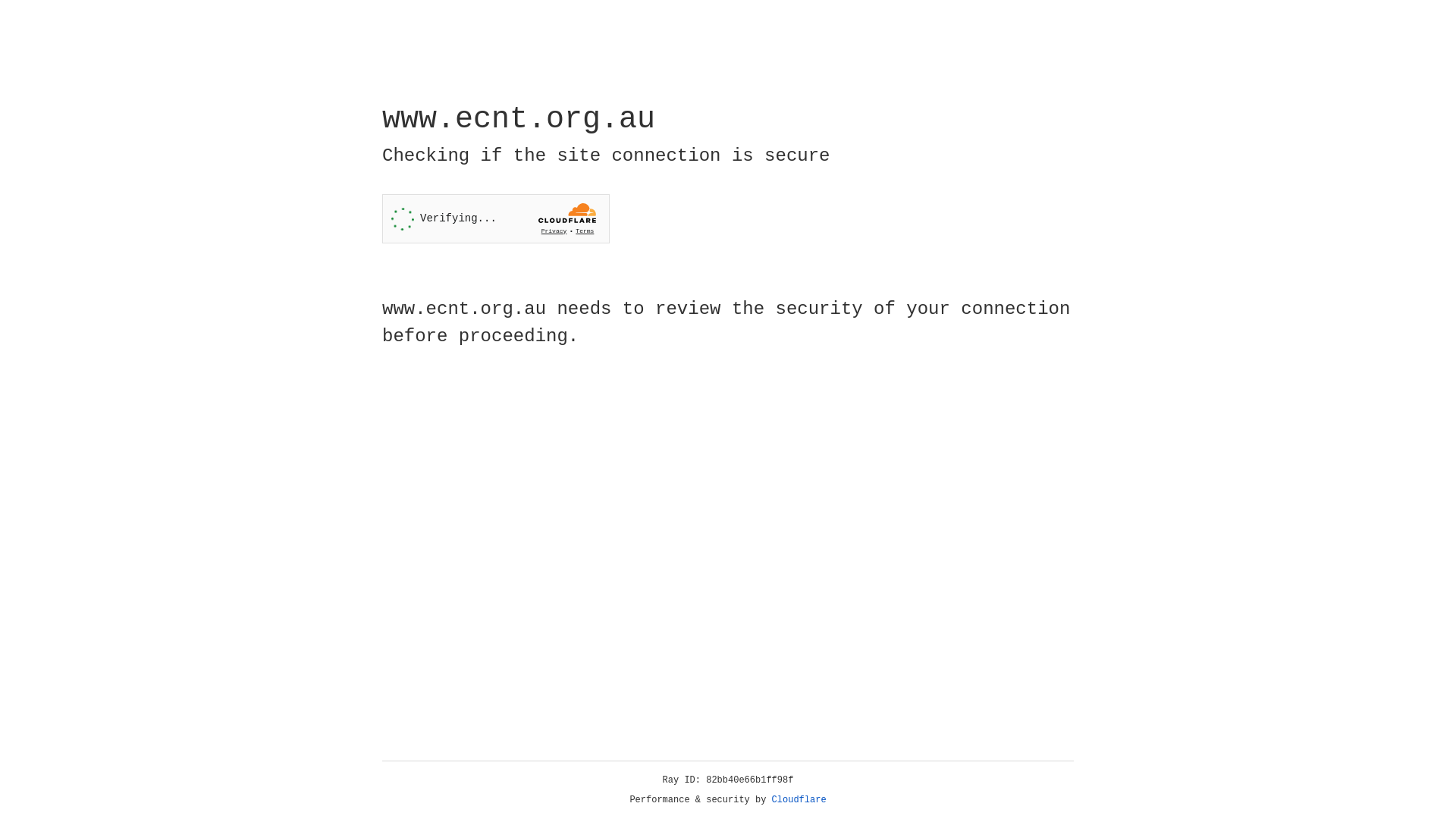 This screenshot has width=1456, height=819. What do you see at coordinates (799, 799) in the screenshot?
I see `'Cloudflare'` at bounding box center [799, 799].